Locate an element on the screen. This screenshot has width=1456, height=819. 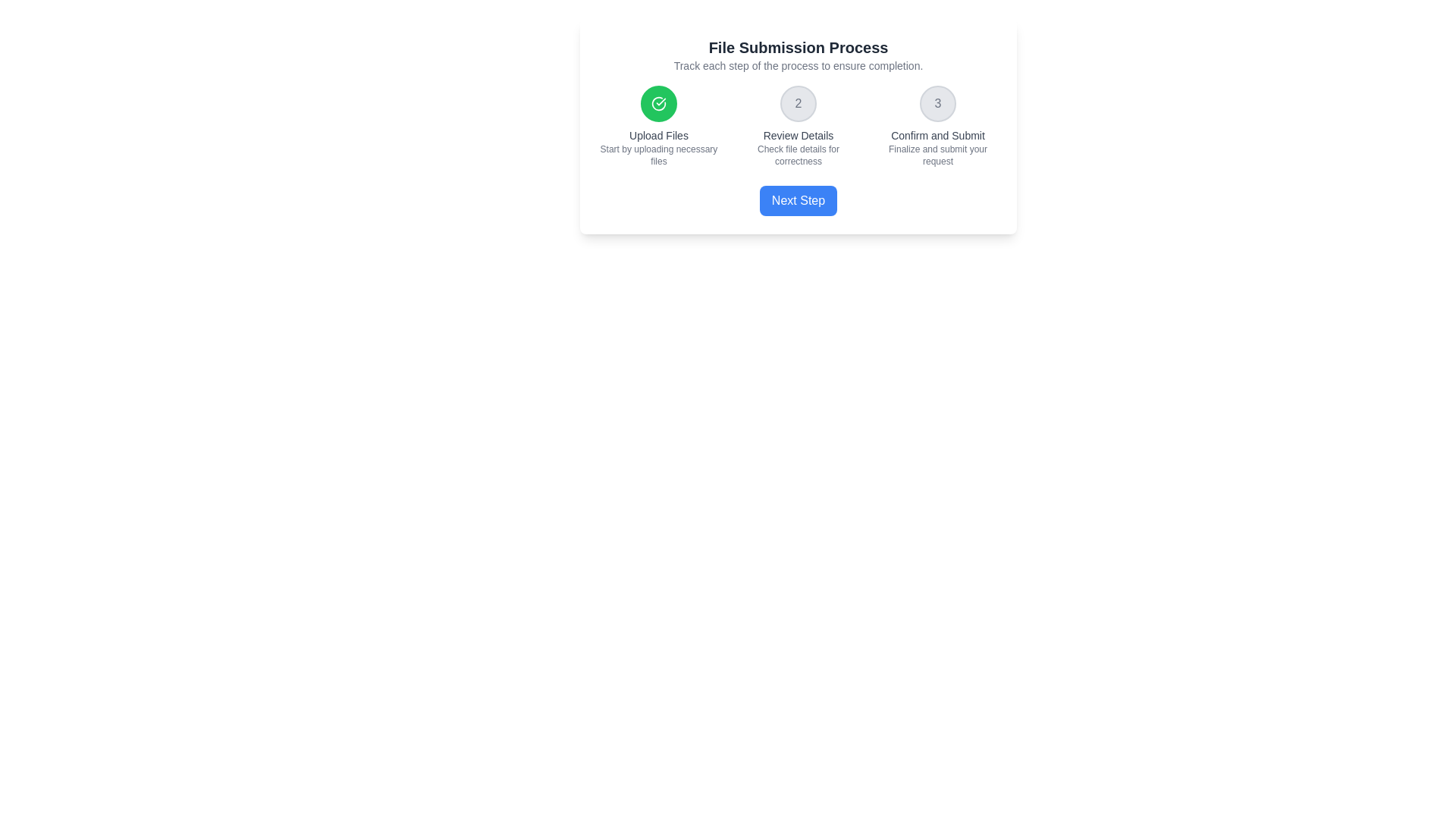
the circular button with the numeral '3' inside, located in the 'Confirm and Submit' section is located at coordinates (937, 103).